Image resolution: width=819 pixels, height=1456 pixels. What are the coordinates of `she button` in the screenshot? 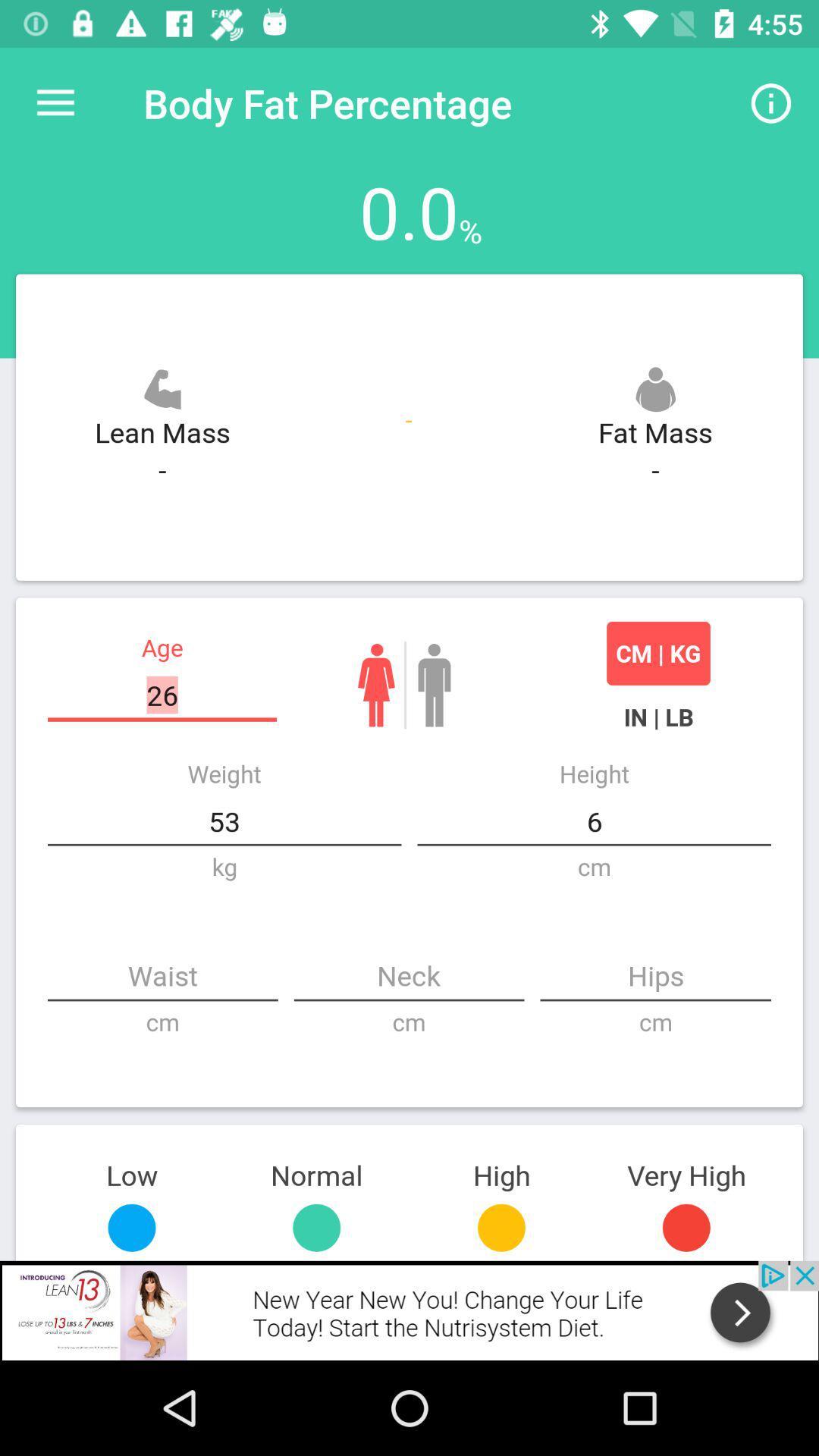 It's located at (375, 684).